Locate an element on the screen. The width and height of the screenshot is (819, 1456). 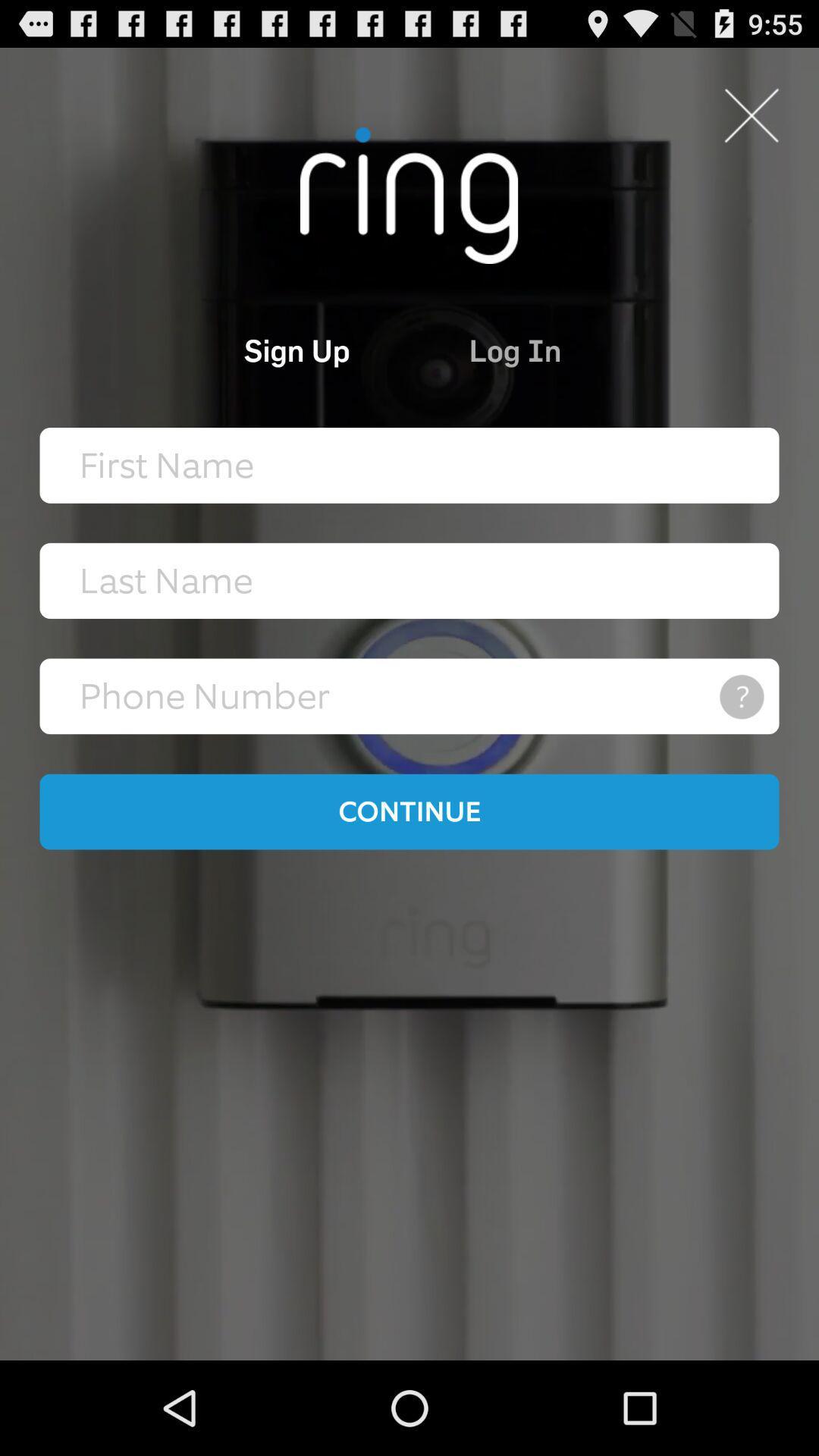
the item to the left of log in icon is located at coordinates (234, 349).